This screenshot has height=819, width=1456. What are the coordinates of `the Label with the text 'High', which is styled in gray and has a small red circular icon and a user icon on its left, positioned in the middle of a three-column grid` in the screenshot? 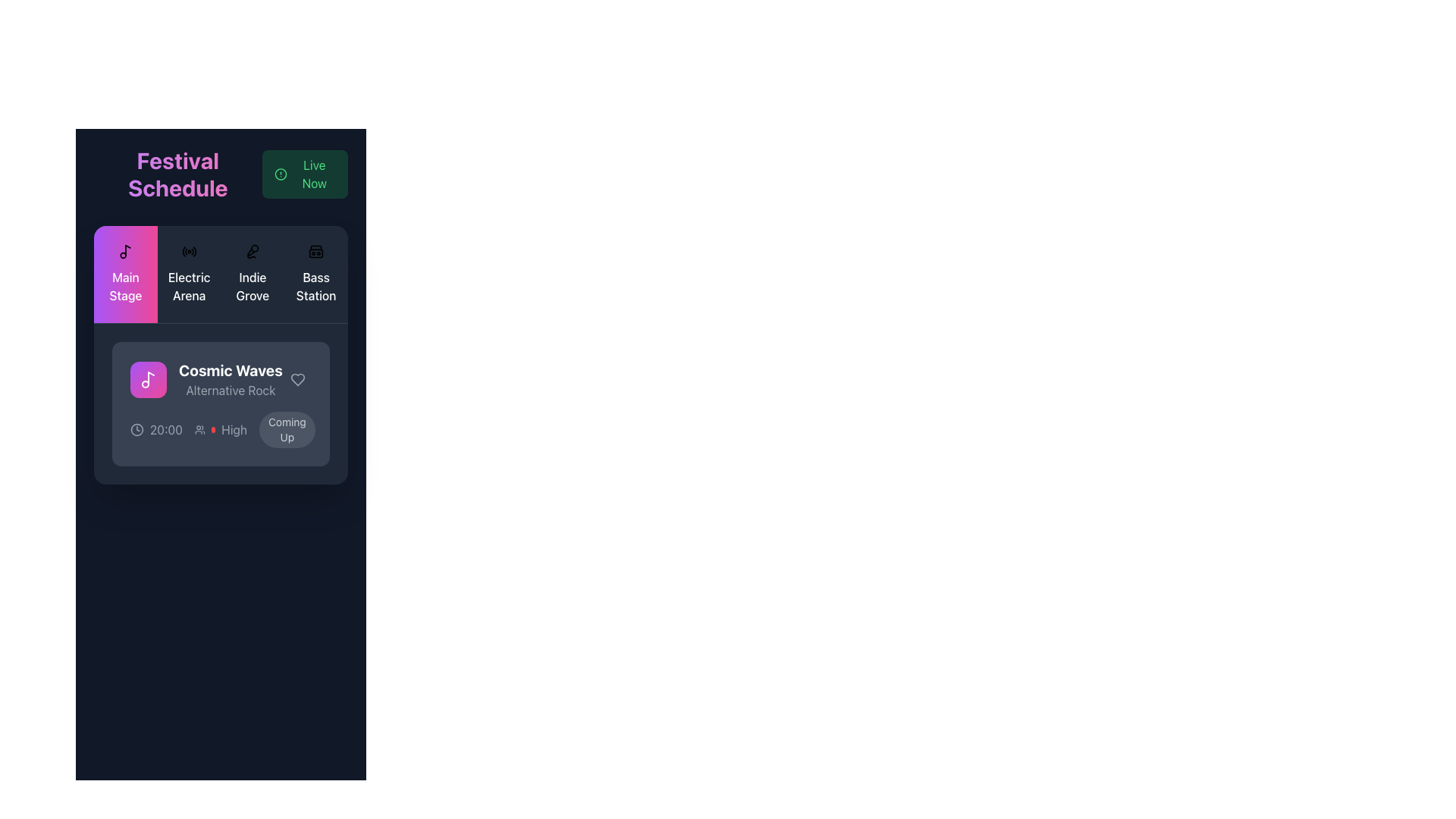 It's located at (220, 430).